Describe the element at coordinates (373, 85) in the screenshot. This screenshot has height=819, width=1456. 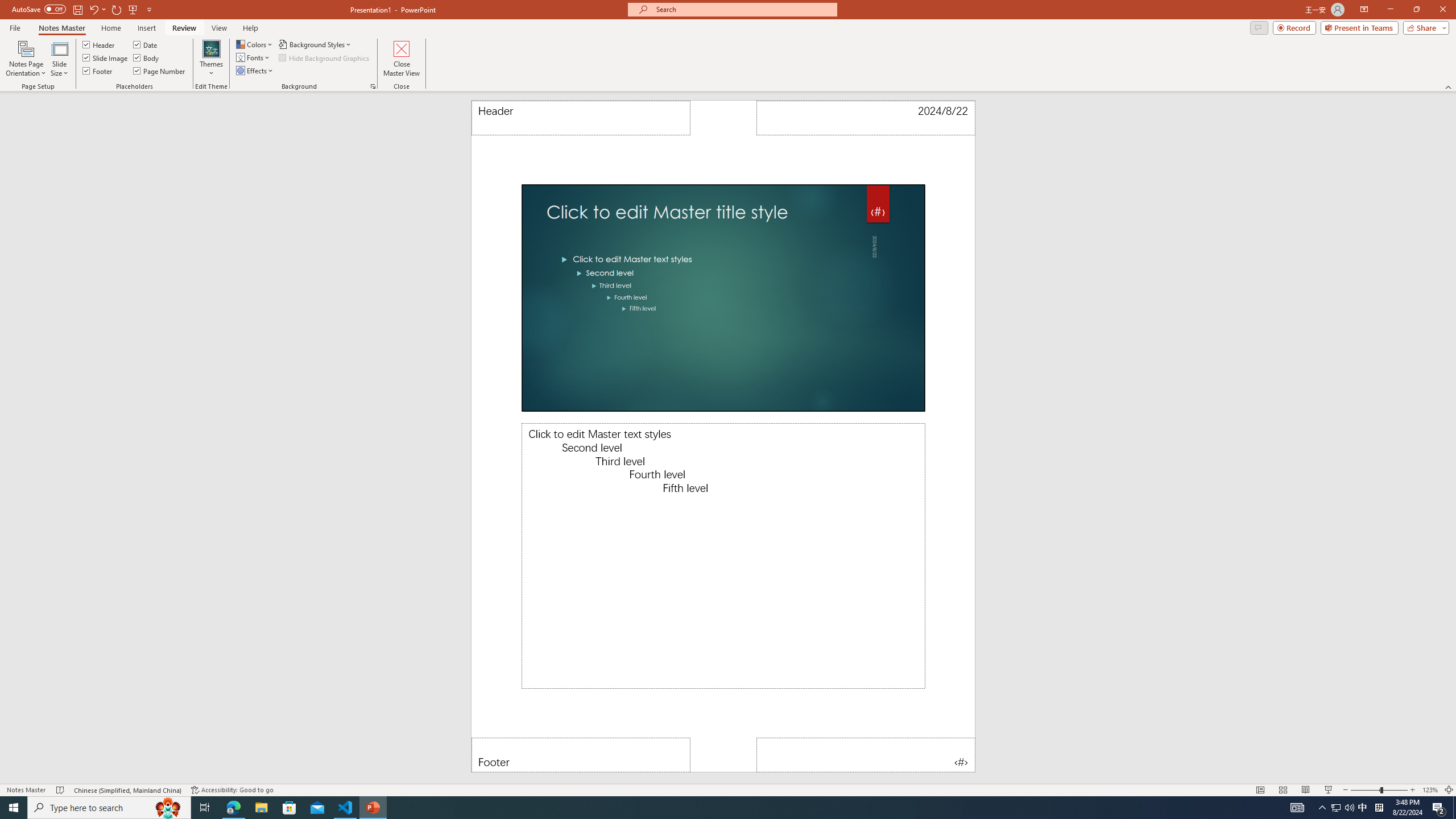
I see `'Format Background...'` at that location.